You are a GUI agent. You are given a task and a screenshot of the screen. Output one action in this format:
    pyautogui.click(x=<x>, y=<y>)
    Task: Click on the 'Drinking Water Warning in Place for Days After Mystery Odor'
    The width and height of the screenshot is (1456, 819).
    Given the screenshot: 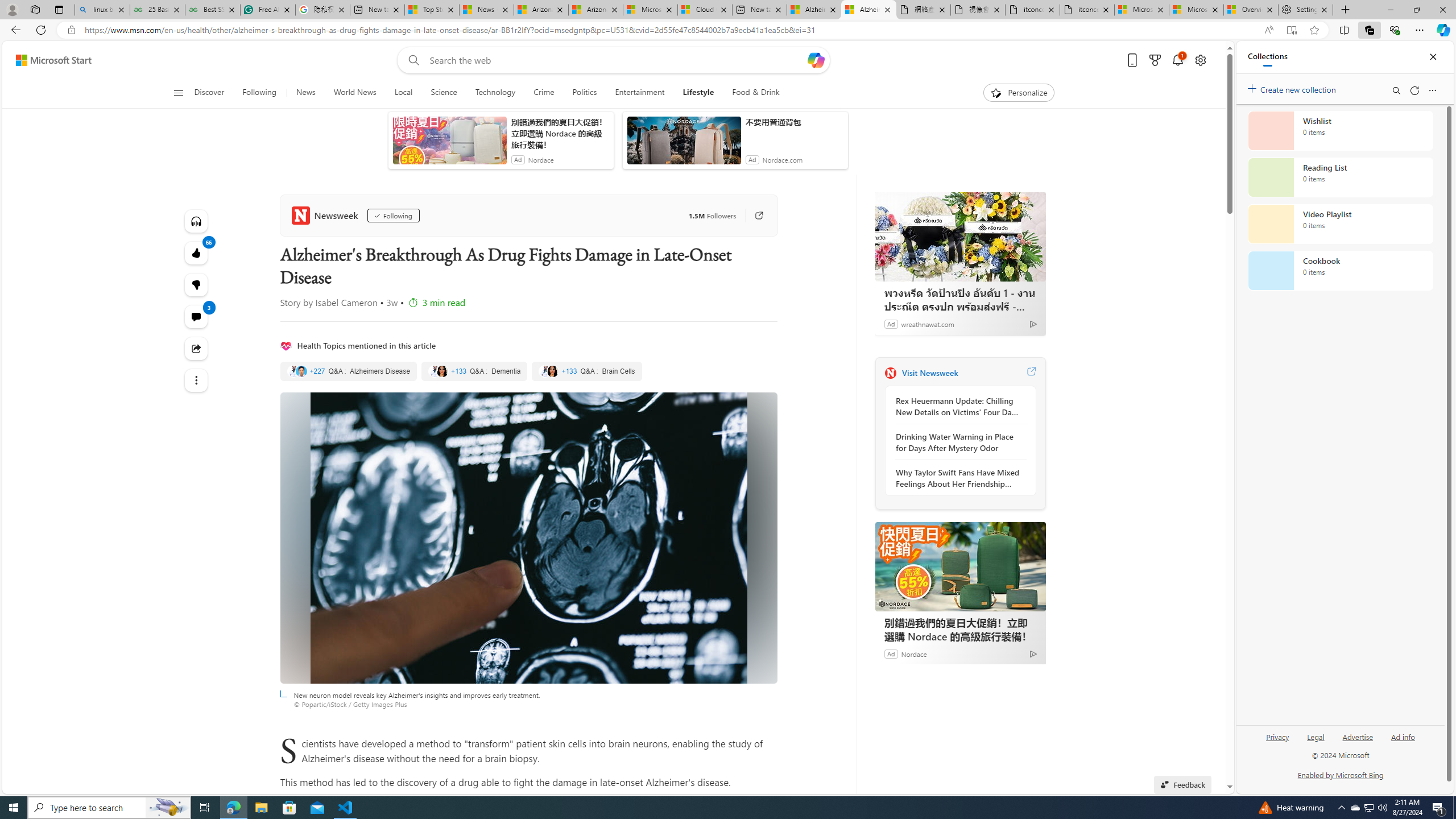 What is the action you would take?
    pyautogui.click(x=957, y=442)
    